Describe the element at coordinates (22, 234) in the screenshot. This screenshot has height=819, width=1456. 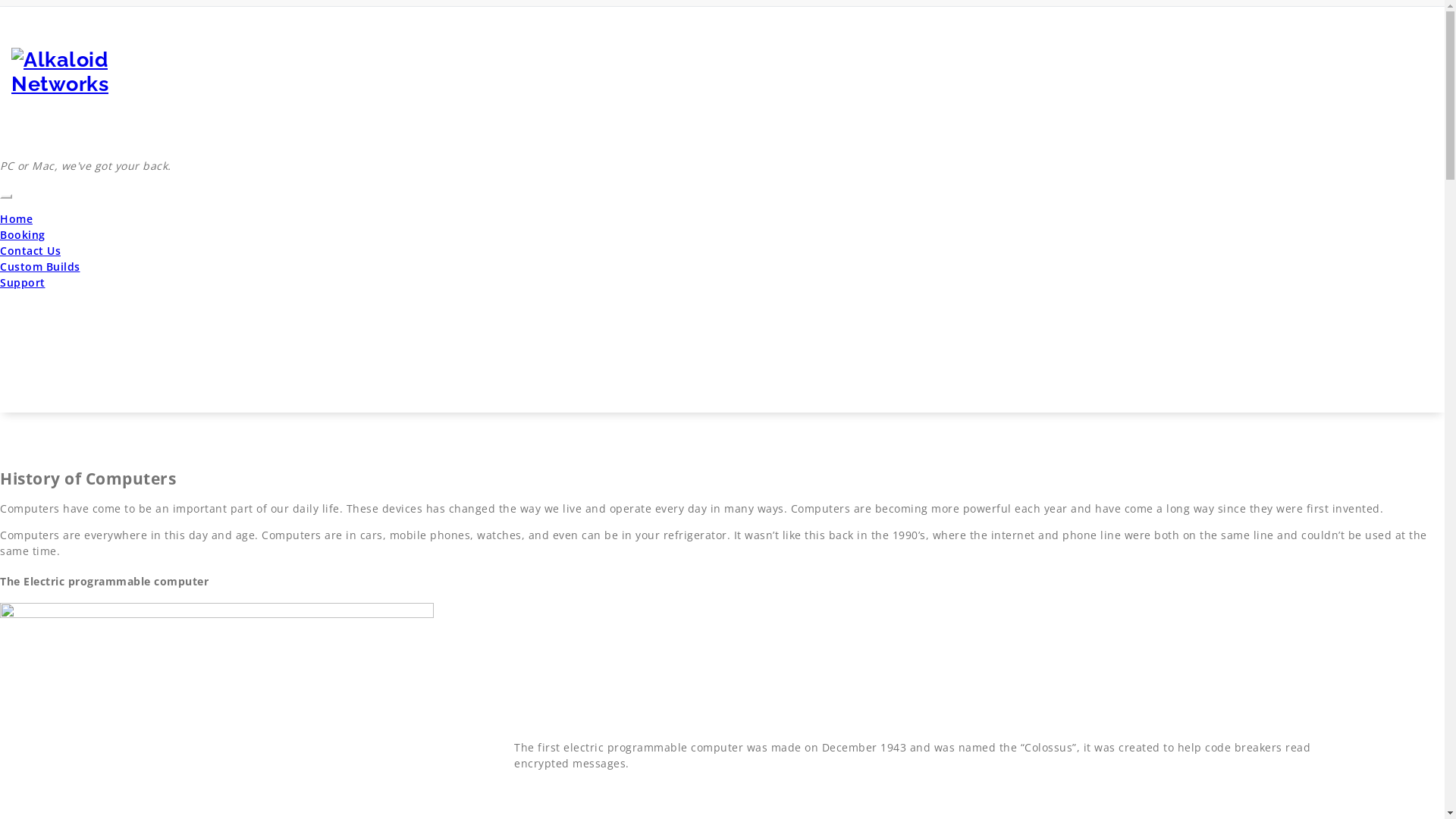
I see `'Booking'` at that location.